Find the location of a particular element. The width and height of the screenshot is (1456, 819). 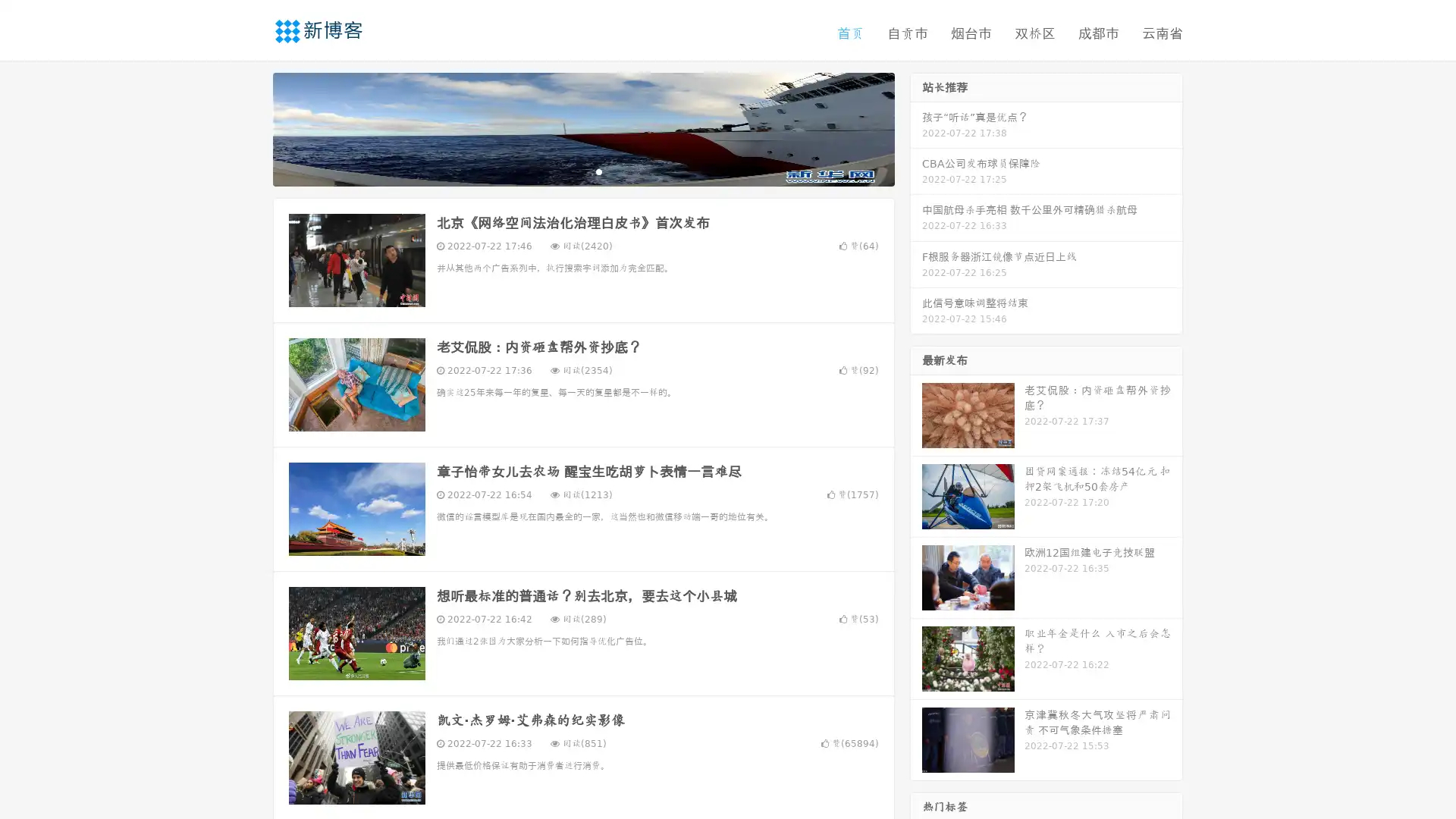

Go to slide 3 is located at coordinates (598, 171).